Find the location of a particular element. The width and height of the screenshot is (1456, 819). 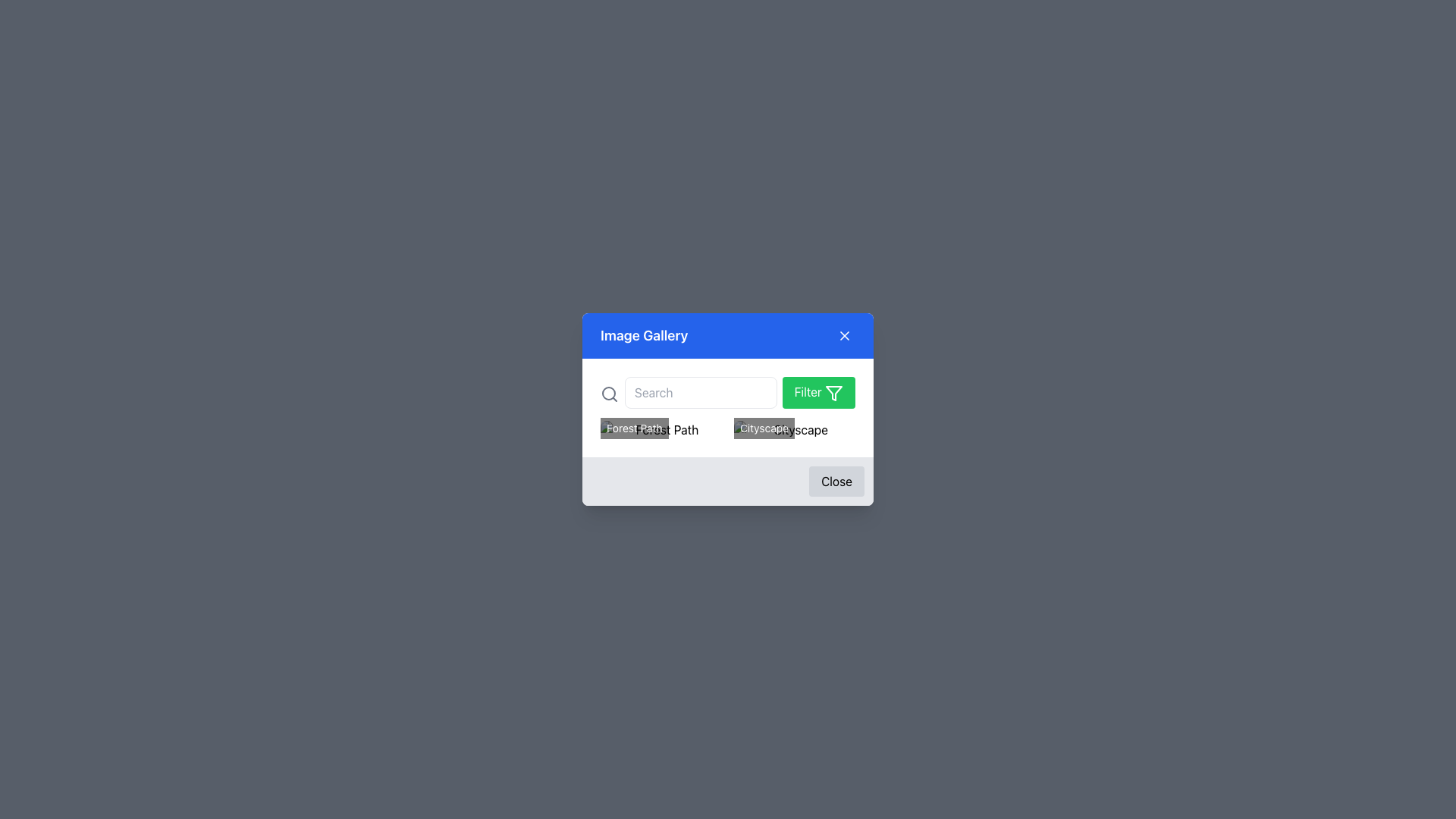

the close button located at the bottom right corner of the modal dialog footer to change its background color is located at coordinates (836, 482).